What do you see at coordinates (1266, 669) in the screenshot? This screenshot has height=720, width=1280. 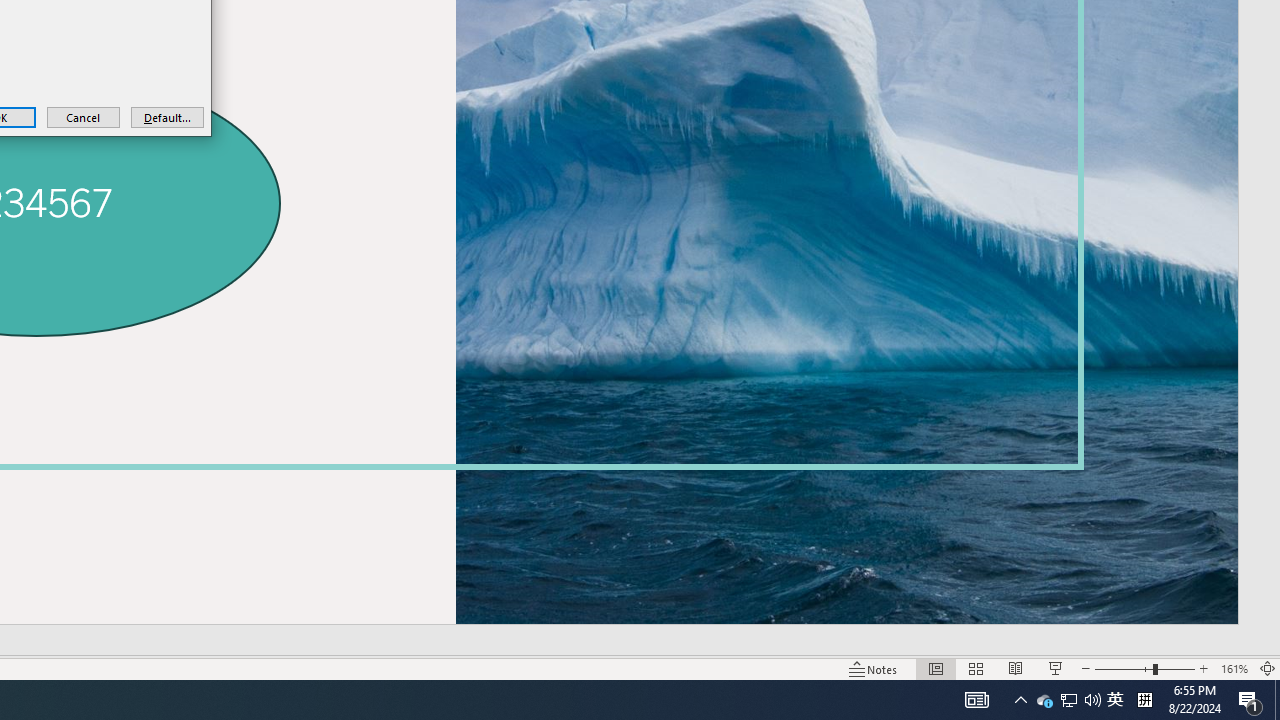 I see `'Zoom to Fit '` at bounding box center [1266, 669].